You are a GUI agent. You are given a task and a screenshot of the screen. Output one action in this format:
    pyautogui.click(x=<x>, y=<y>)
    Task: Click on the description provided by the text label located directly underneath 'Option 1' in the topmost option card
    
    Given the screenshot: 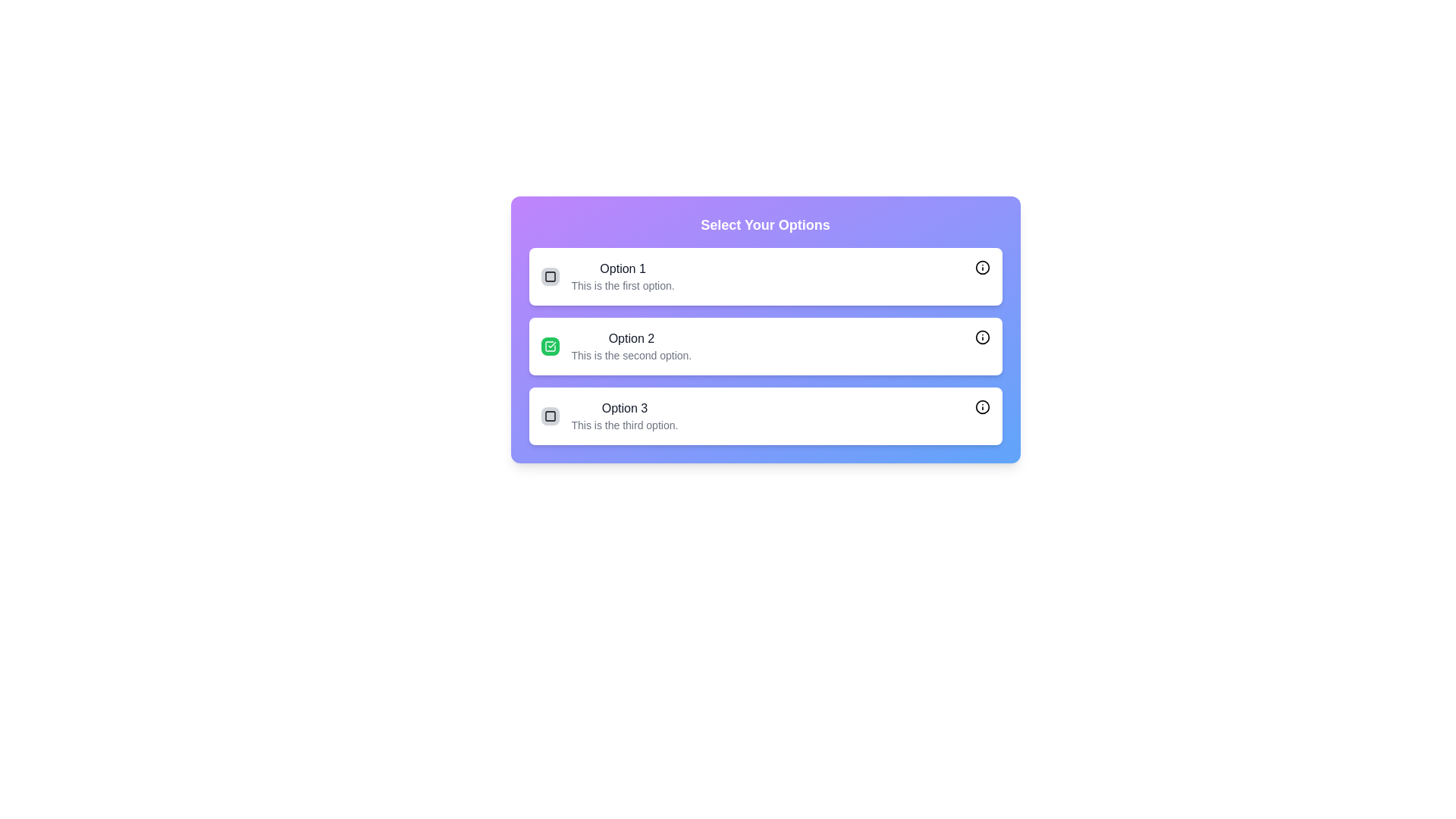 What is the action you would take?
    pyautogui.click(x=623, y=286)
    